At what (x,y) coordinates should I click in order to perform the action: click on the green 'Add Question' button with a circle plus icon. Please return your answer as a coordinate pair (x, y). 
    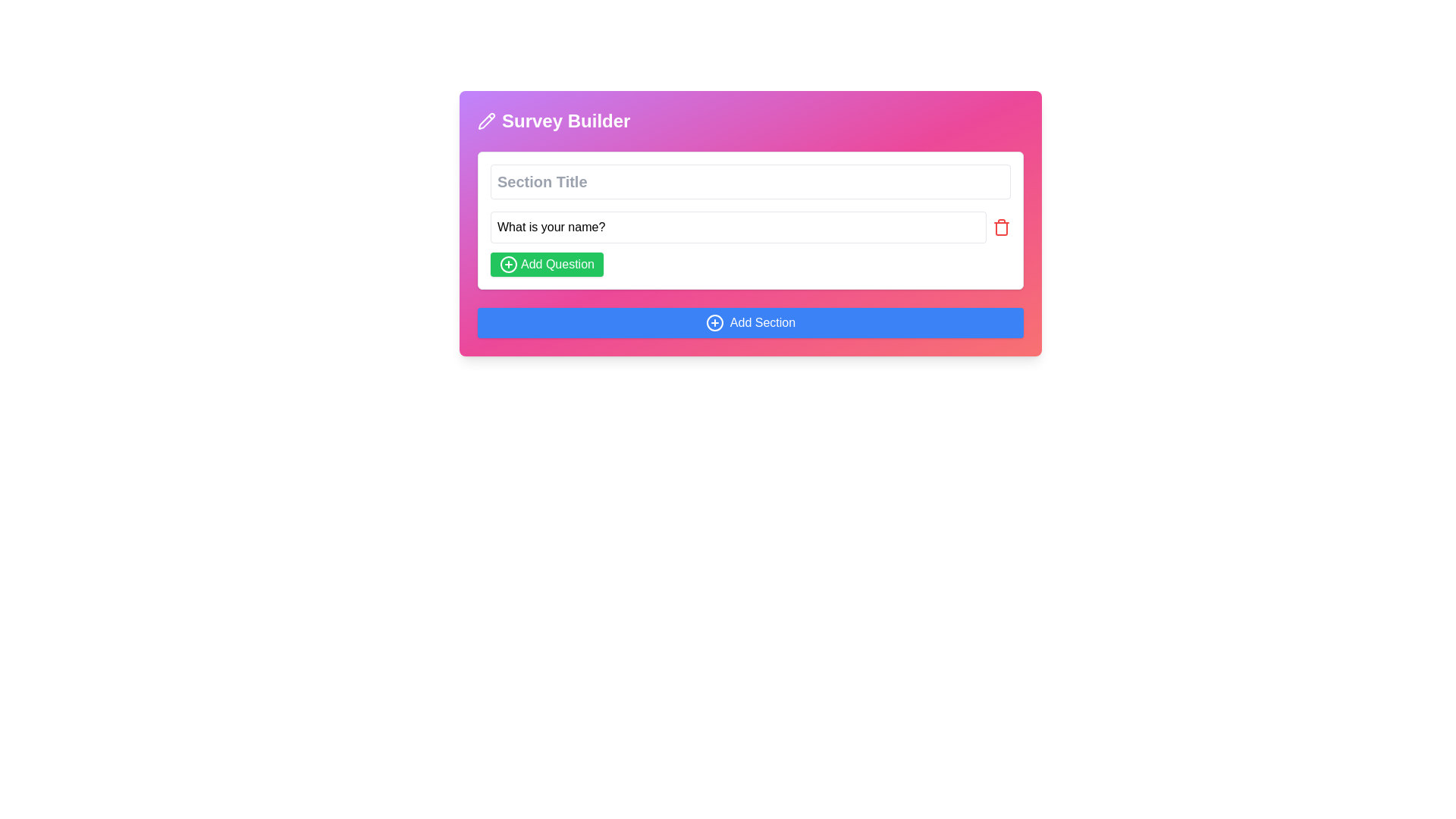
    Looking at the image, I should click on (546, 263).